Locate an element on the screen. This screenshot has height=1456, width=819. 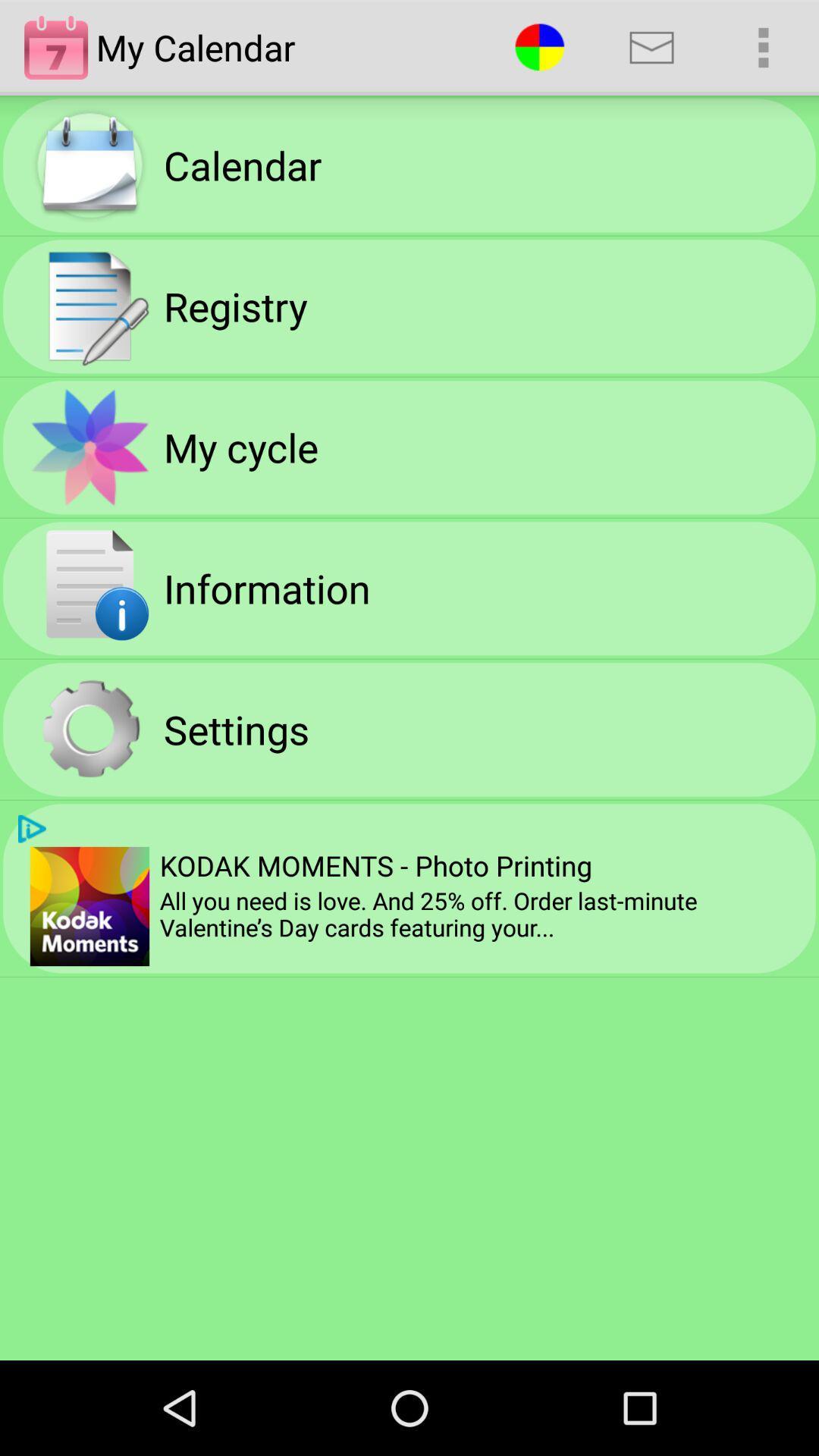
the kodak moments photo item is located at coordinates (375, 865).